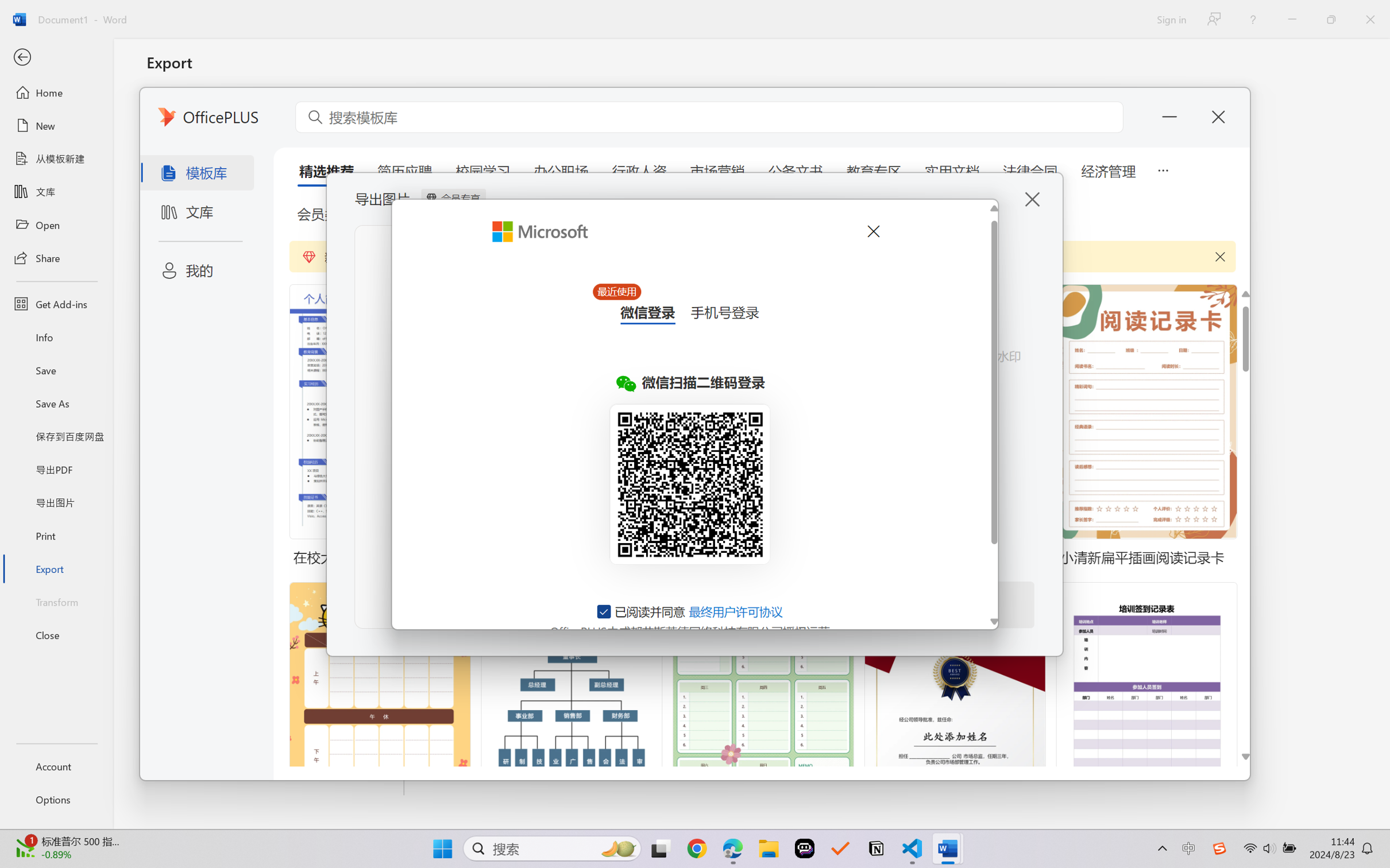 The width and height of the screenshot is (1390, 868). What do you see at coordinates (56, 303) in the screenshot?
I see `'Get Add-ins'` at bounding box center [56, 303].